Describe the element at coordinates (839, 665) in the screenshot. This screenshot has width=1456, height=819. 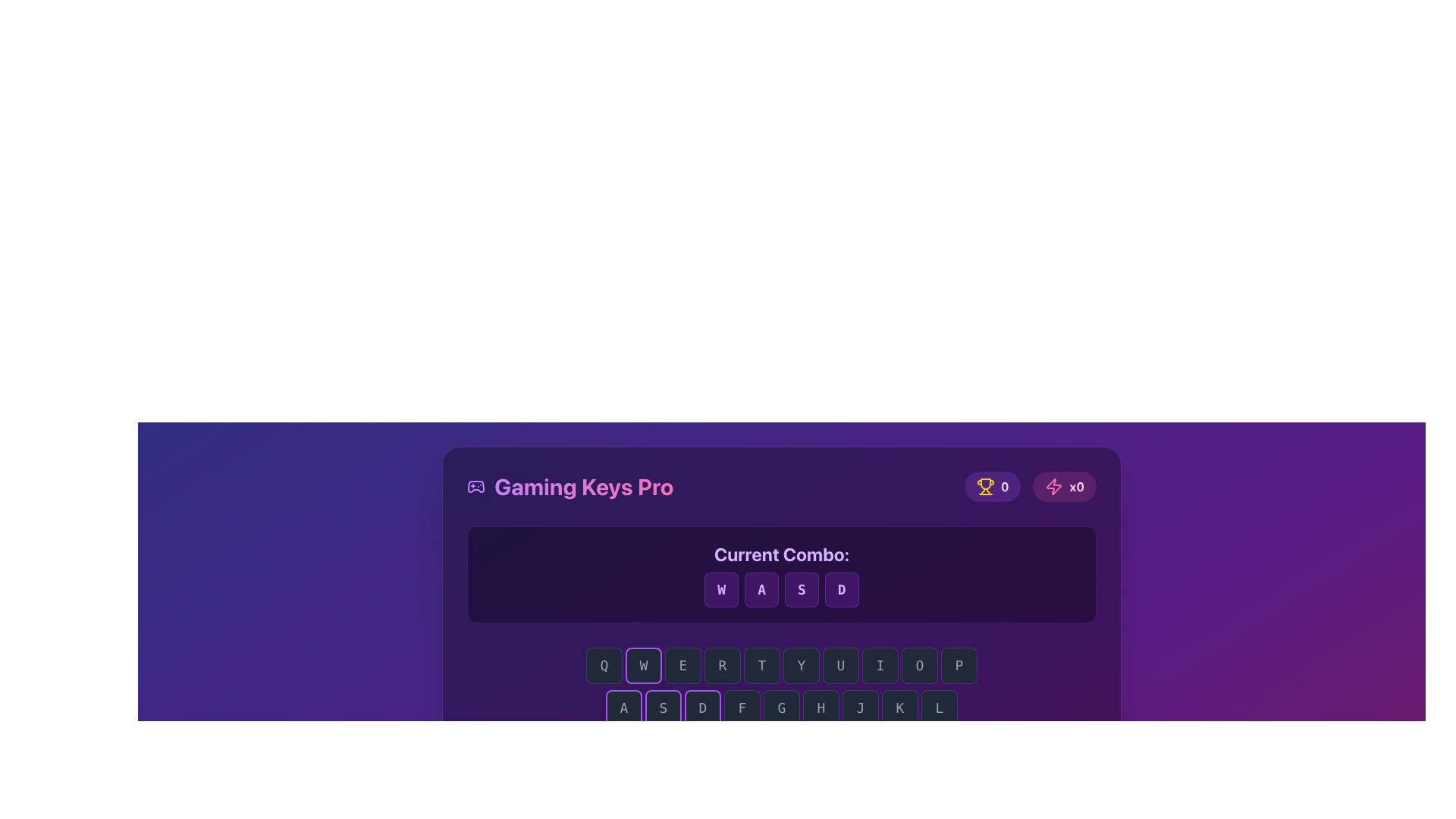
I see `the key-like button displaying the character 'U' with a dark background and rounded corners to simulate a press` at that location.